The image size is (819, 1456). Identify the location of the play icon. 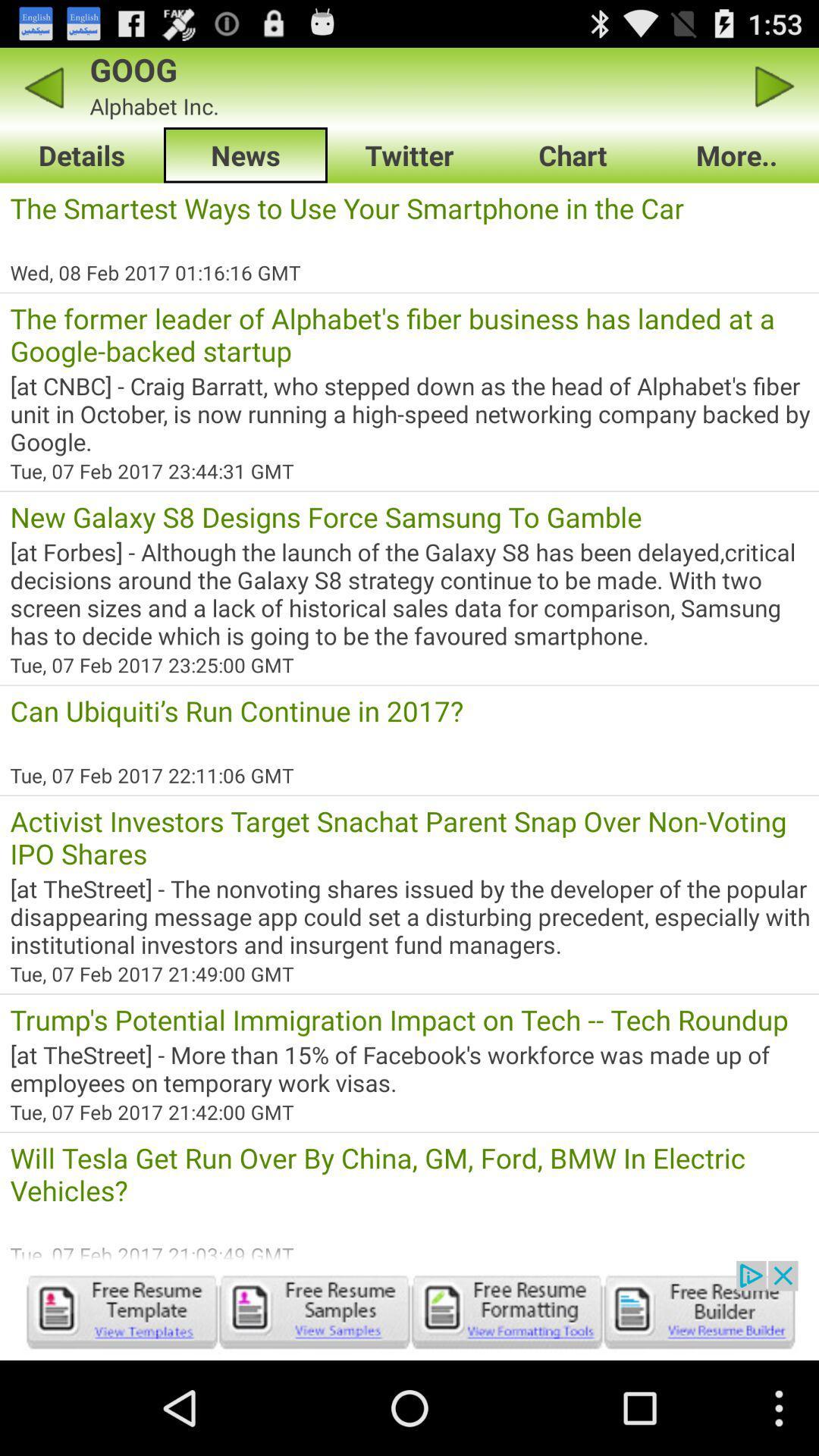
(775, 93).